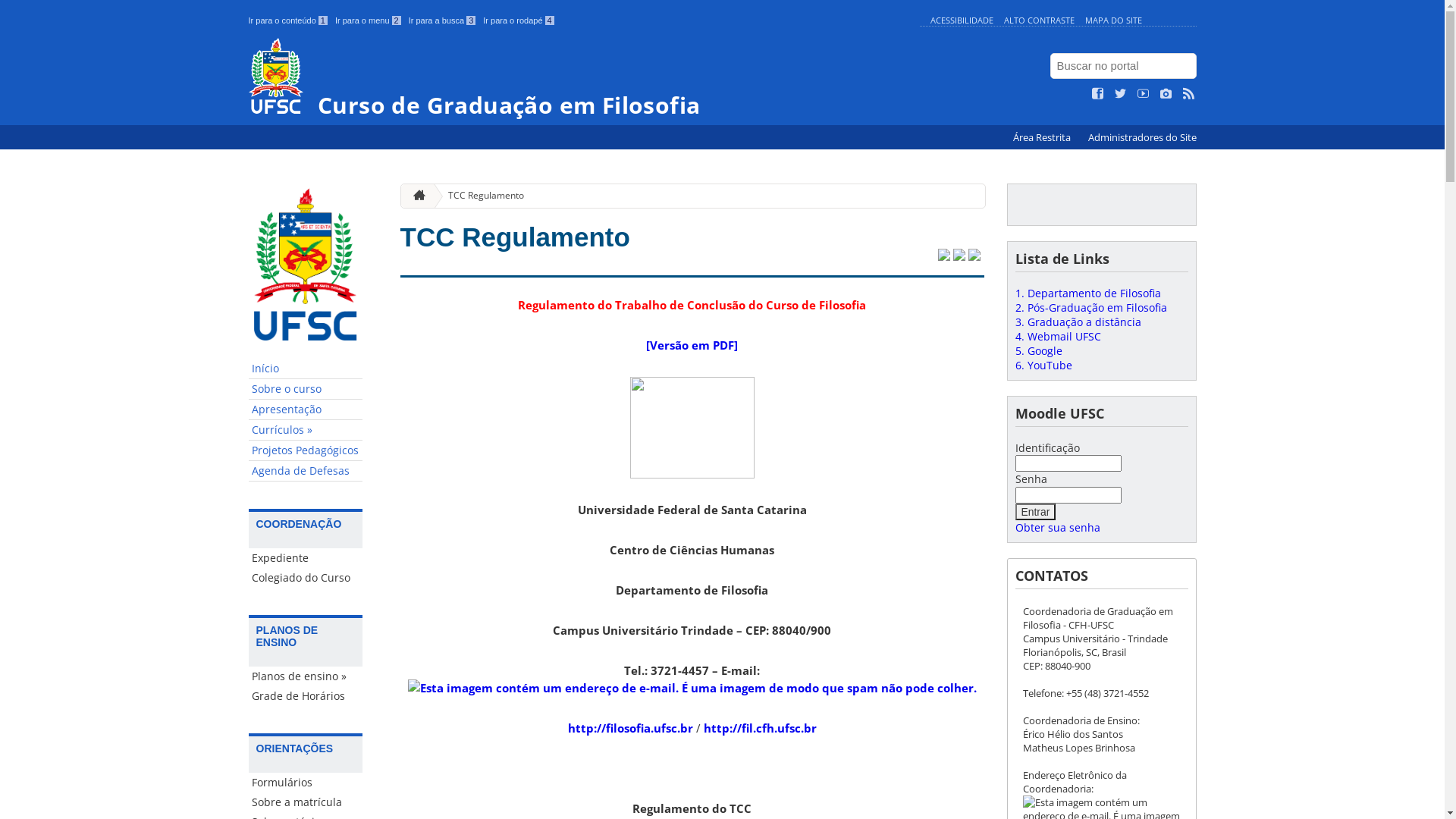 The height and width of the screenshot is (819, 1456). What do you see at coordinates (1034, 512) in the screenshot?
I see `'Entrar'` at bounding box center [1034, 512].